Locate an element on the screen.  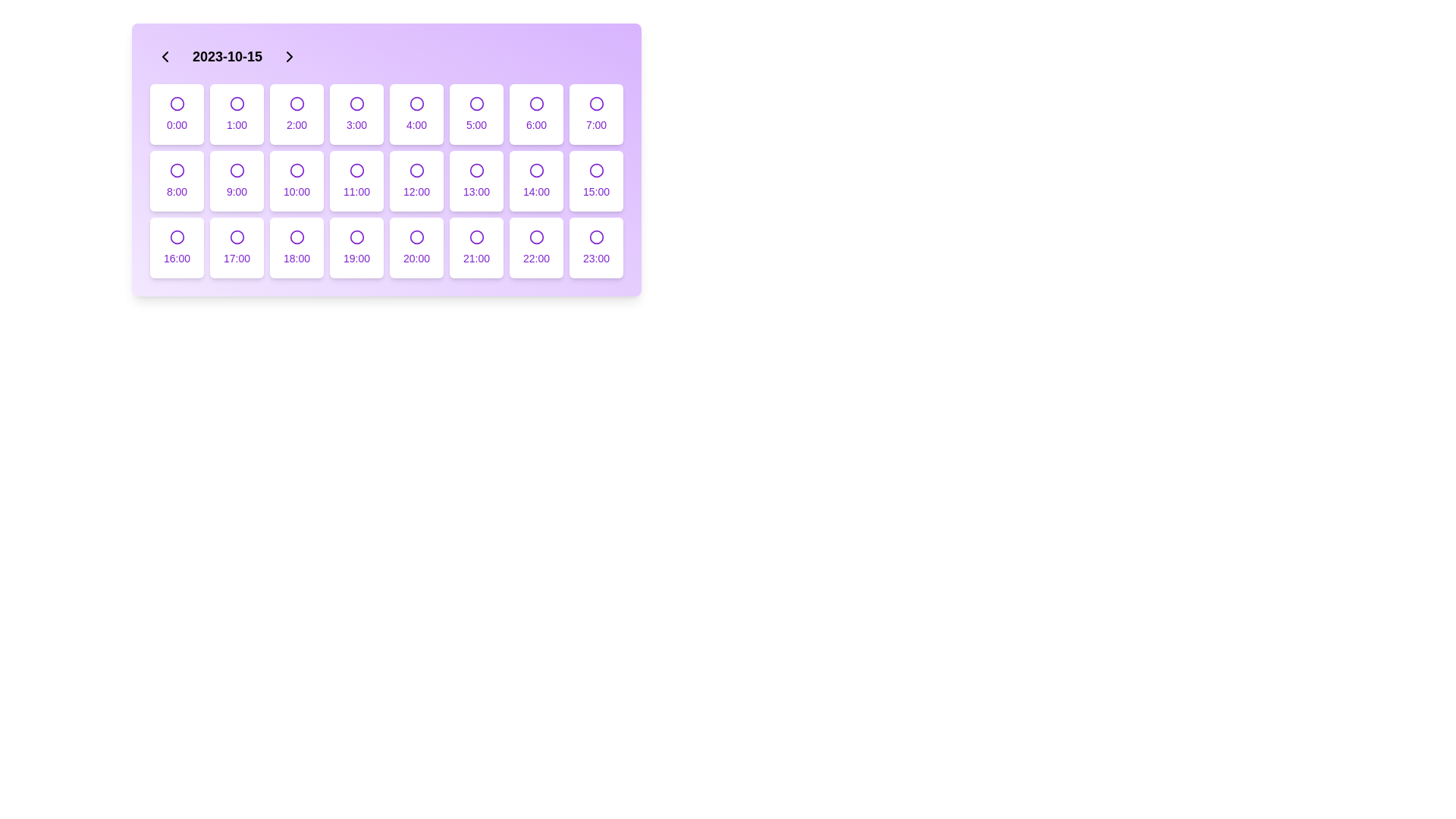
the circular radio button located in the '13:00' cell of the schedule grid is located at coordinates (475, 170).